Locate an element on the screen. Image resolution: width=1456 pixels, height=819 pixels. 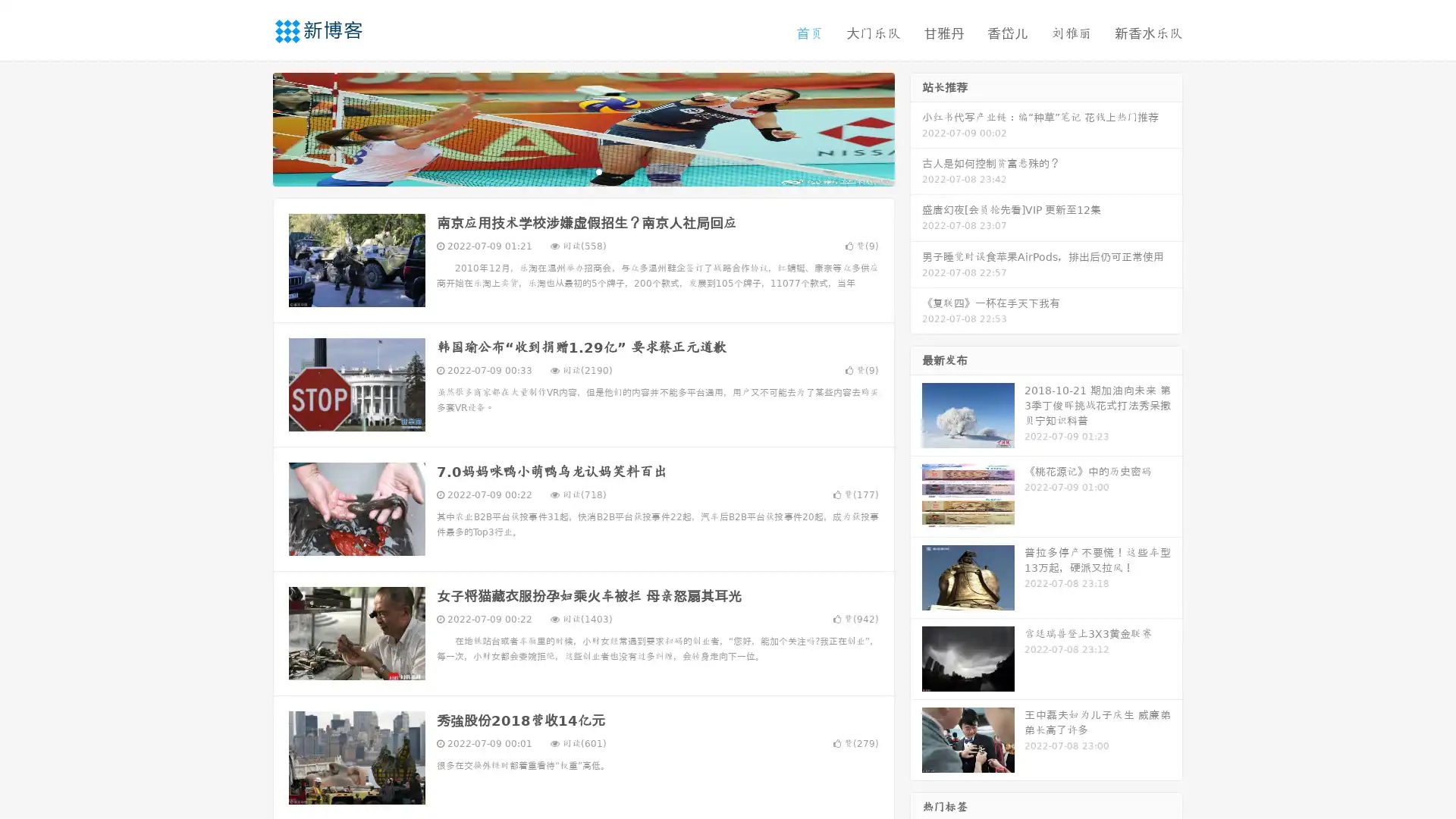
Go to slide 3 is located at coordinates (598, 171).